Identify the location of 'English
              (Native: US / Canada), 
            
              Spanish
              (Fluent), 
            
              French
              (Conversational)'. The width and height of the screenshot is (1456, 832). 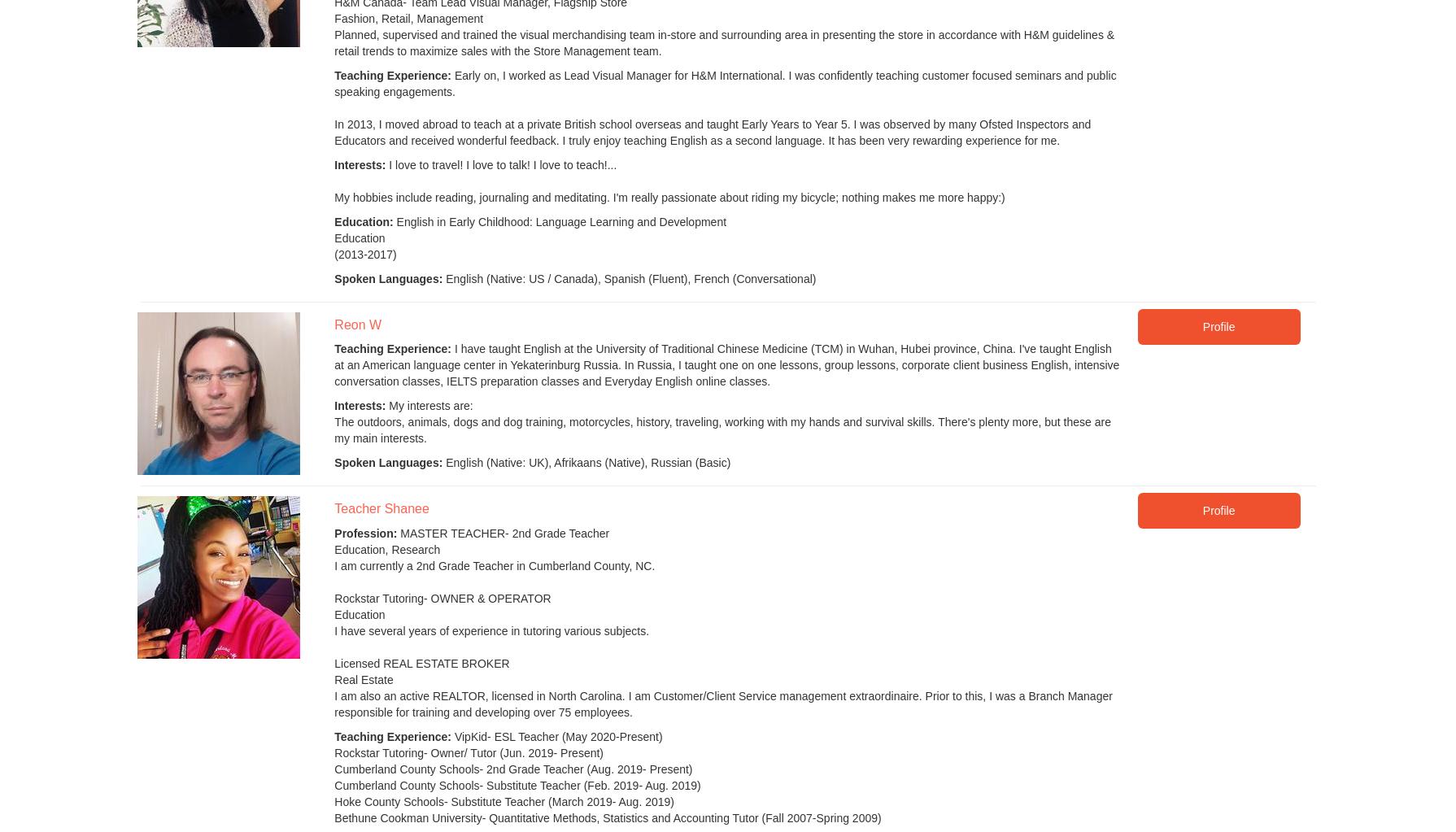
(441, 279).